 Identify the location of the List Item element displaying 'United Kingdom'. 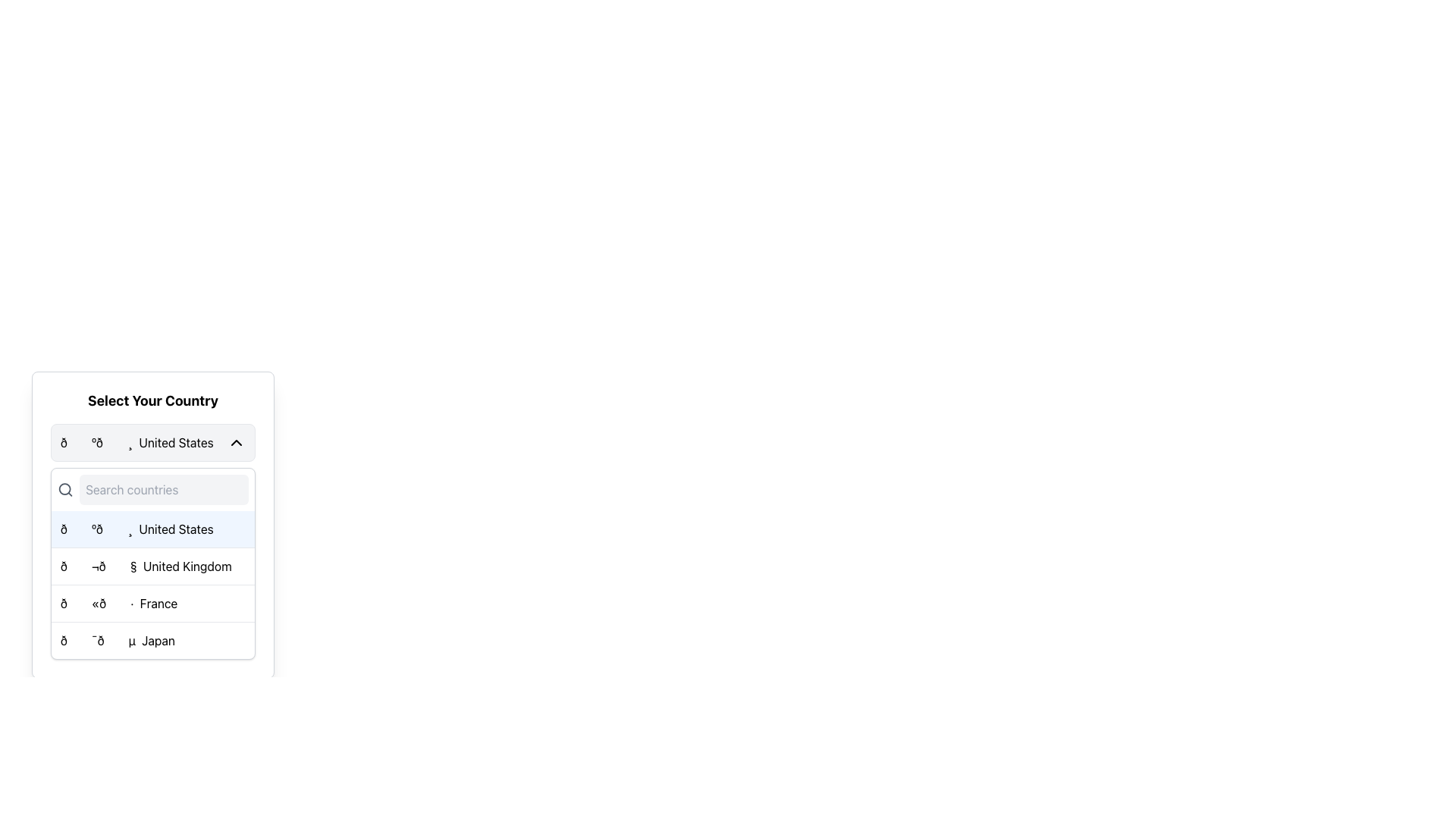
(152, 565).